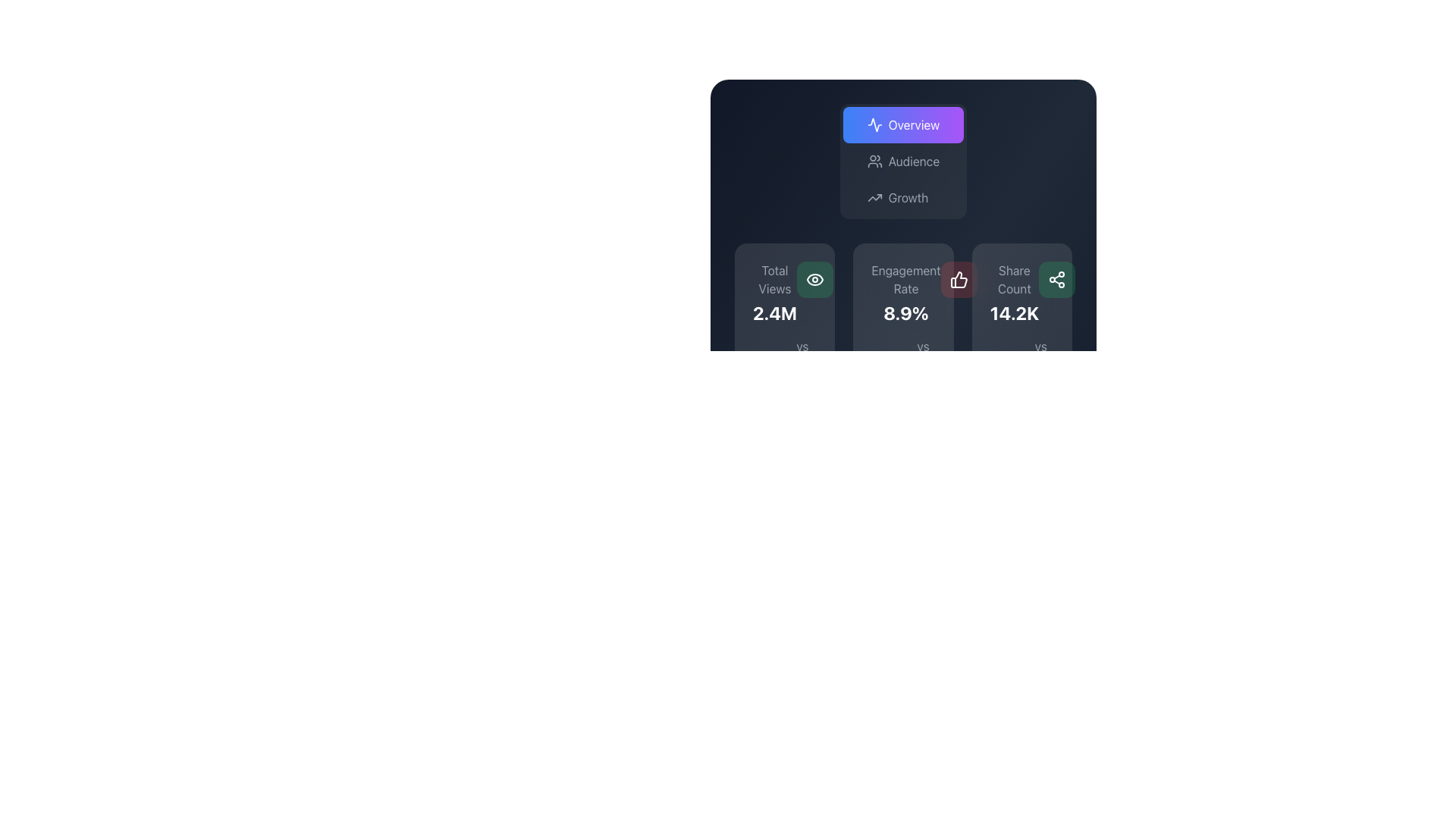 This screenshot has height=819, width=1456. Describe the element at coordinates (785, 293) in the screenshot. I see `the numerical data presented by the 'Total Views' informational card, which displays '2.4M' in white text with an eye icon on a green background` at that location.